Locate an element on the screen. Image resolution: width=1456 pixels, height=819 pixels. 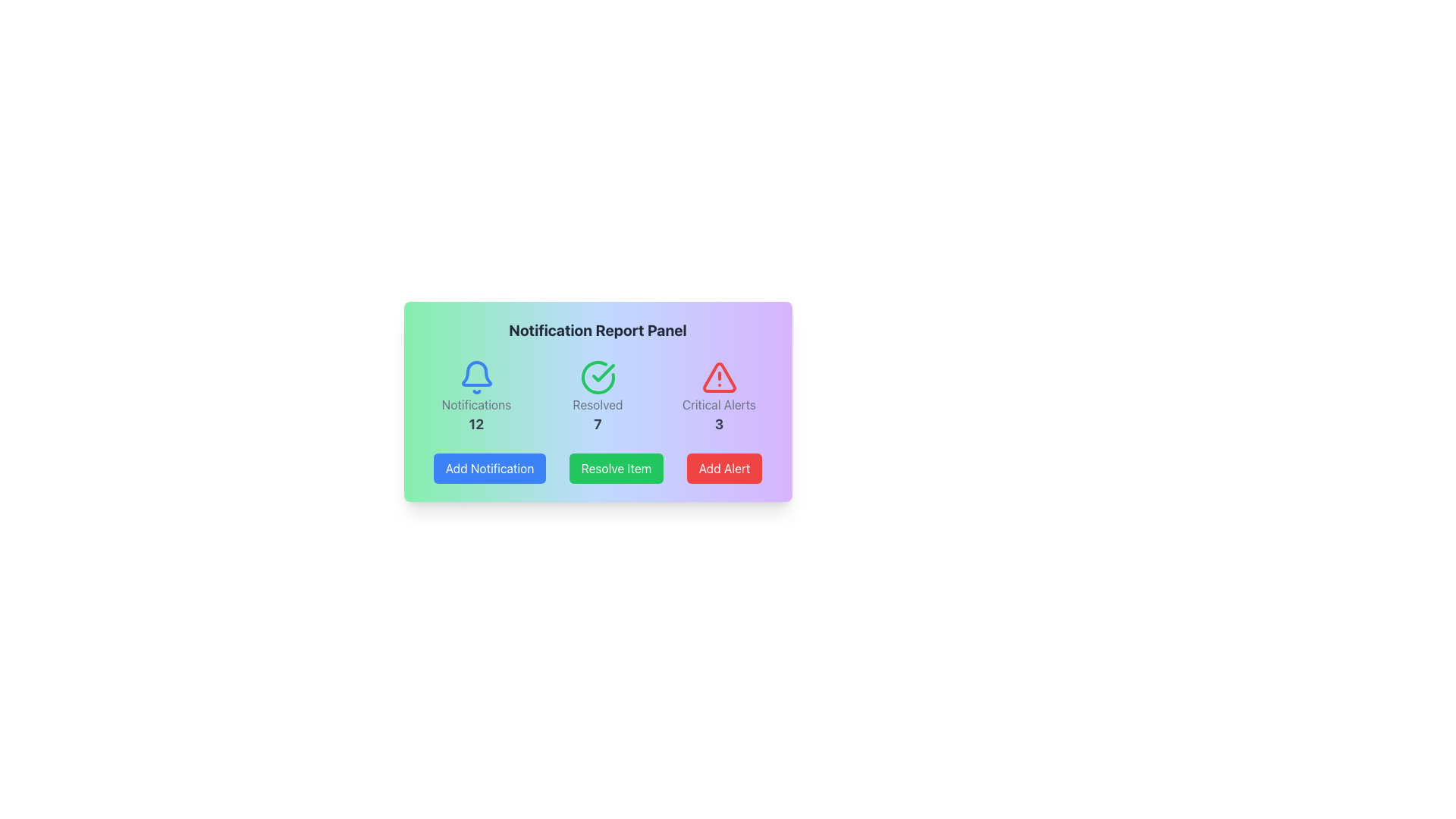
bell icon located in the Notifications section, which serves as a visual indicator for notifications, to view further details is located at coordinates (475, 374).